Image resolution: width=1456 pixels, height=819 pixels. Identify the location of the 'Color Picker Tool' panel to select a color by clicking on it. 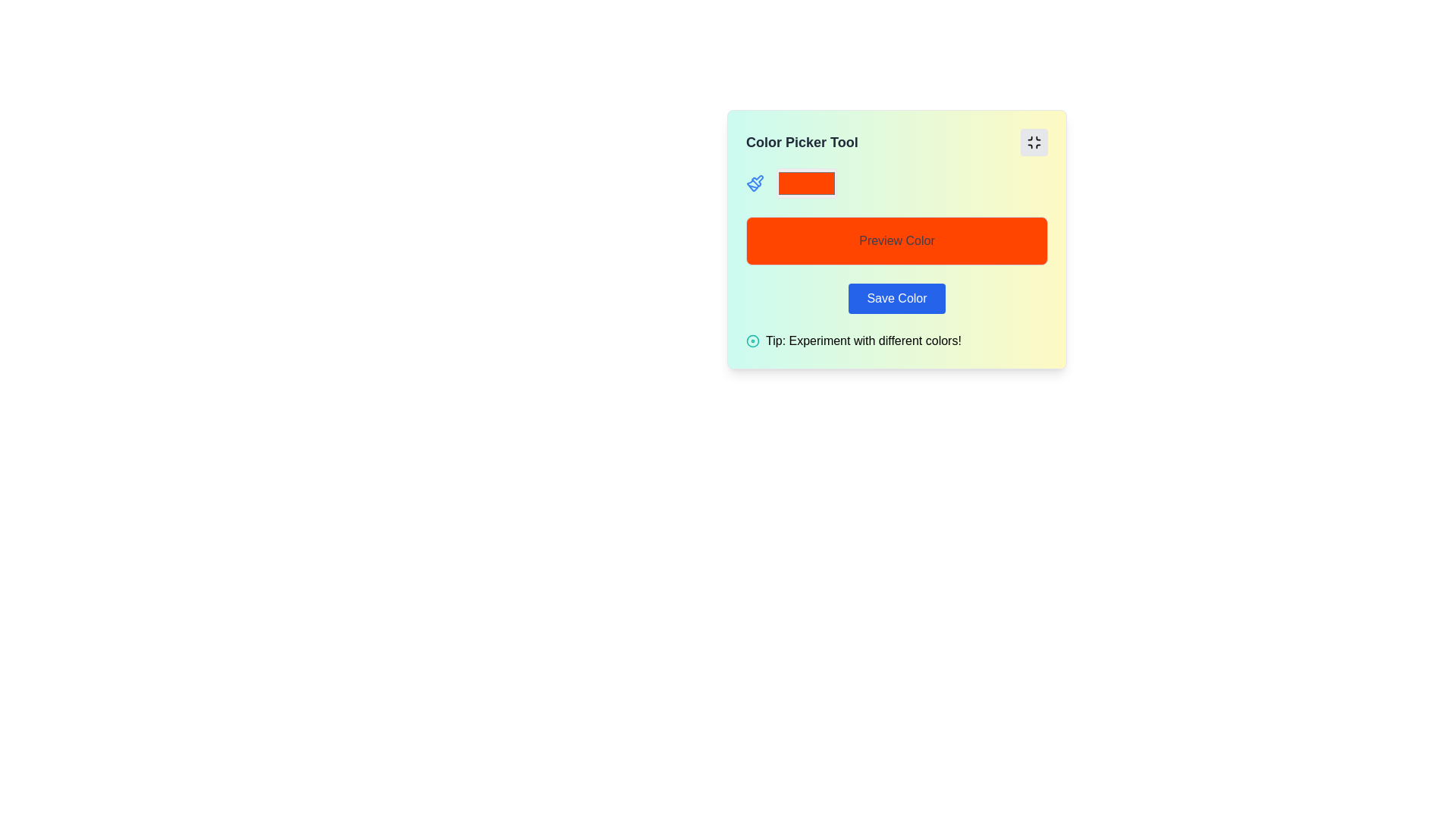
(896, 239).